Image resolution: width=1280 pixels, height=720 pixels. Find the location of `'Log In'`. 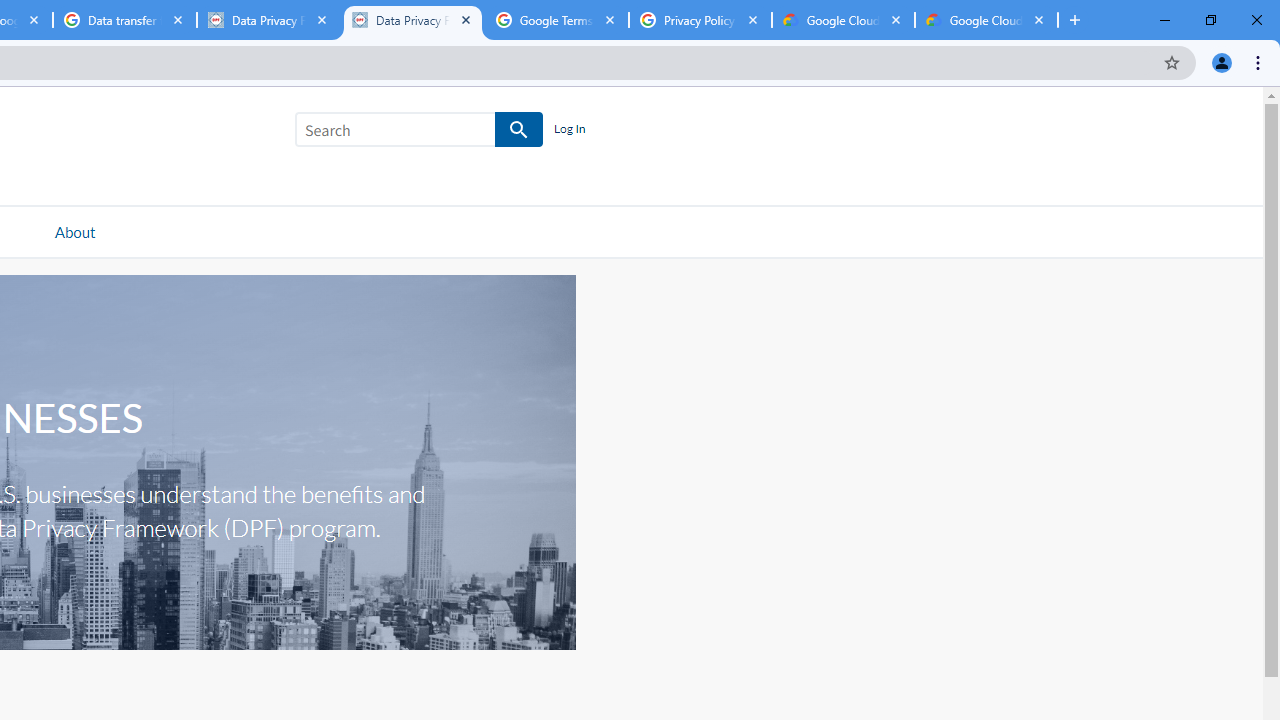

'Log In' is located at coordinates (568, 129).